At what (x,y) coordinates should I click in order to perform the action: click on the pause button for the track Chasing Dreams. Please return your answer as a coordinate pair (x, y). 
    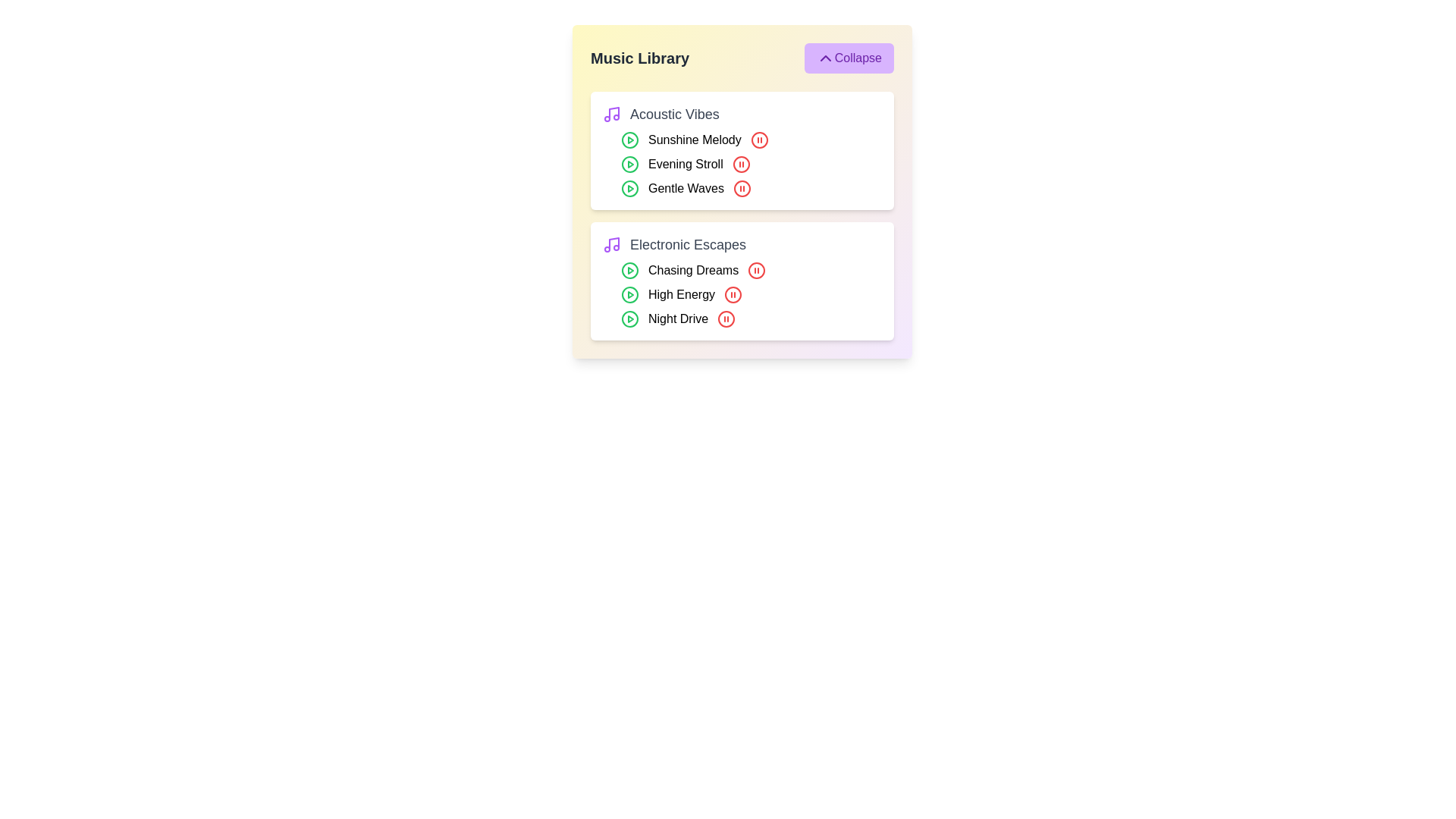
    Looking at the image, I should click on (757, 270).